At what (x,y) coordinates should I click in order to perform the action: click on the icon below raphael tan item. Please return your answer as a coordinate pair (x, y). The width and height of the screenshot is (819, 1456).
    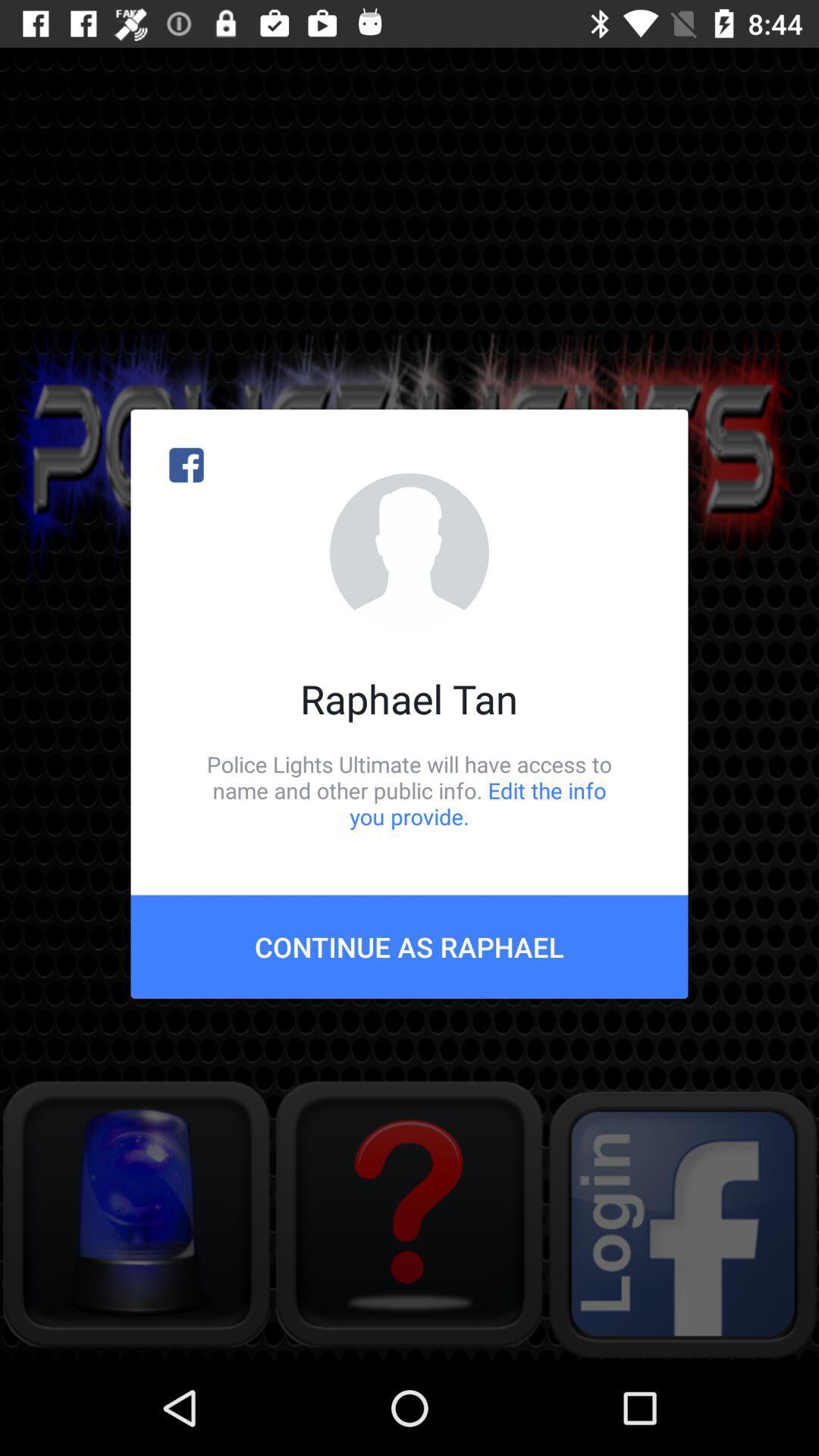
    Looking at the image, I should click on (409, 789).